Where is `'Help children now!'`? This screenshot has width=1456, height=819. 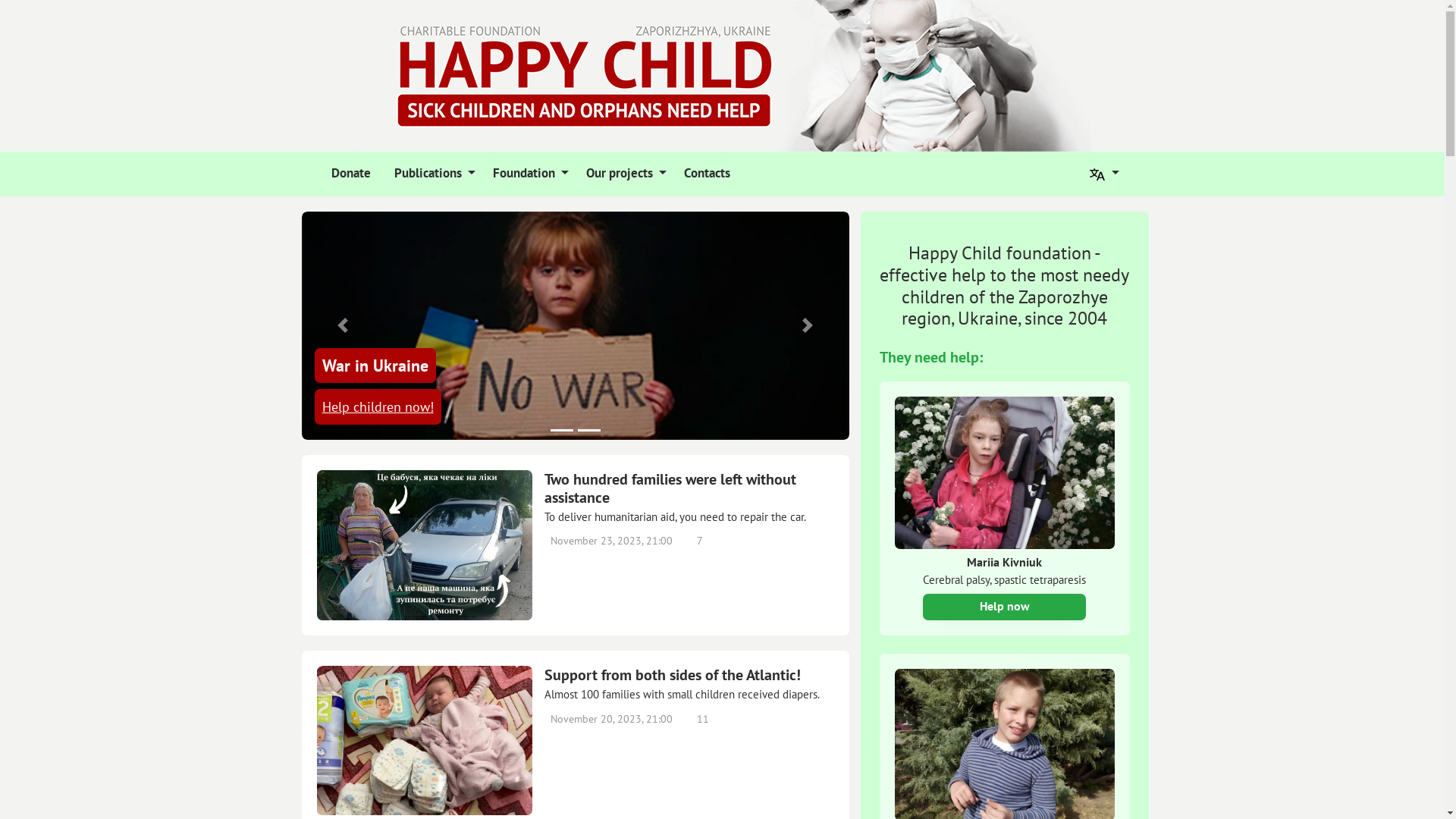
'Help children now!' is located at coordinates (377, 406).